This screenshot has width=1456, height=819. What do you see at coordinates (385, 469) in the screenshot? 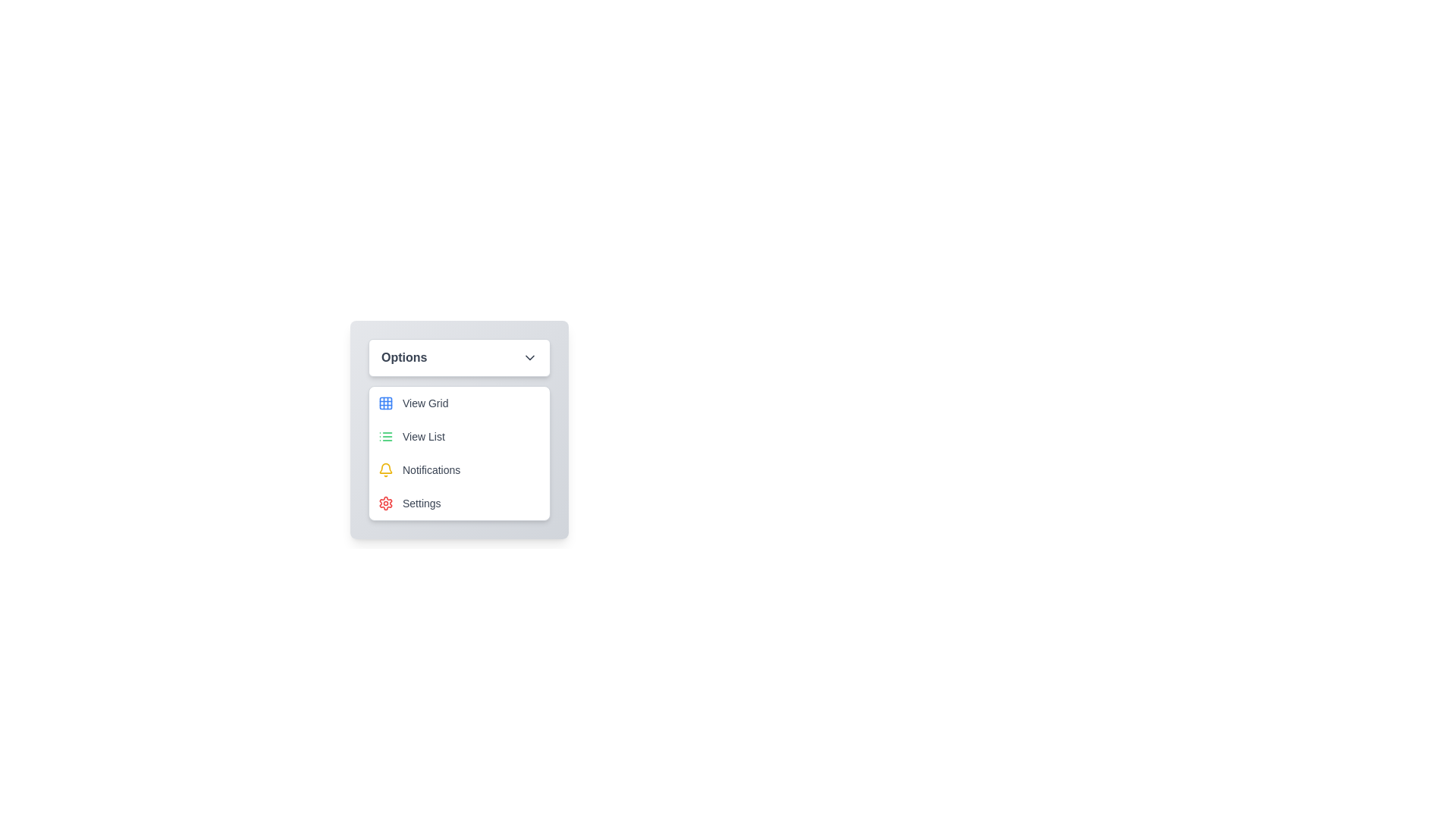
I see `the notifications icon located in the left part of the 'Notifications' menu option in the dropdown menu, prior to the text label` at bounding box center [385, 469].